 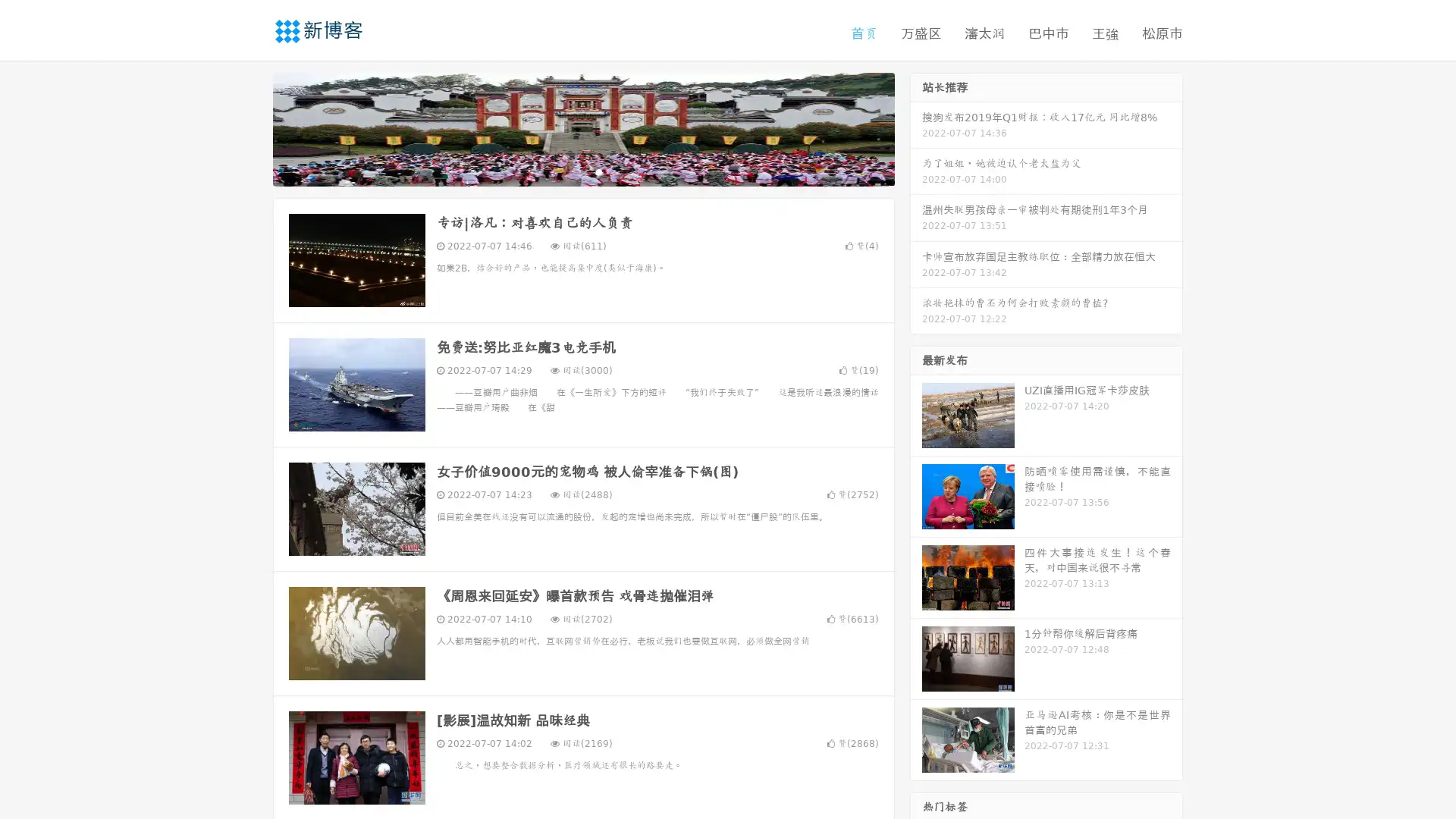 What do you see at coordinates (250, 127) in the screenshot?
I see `Previous slide` at bounding box center [250, 127].